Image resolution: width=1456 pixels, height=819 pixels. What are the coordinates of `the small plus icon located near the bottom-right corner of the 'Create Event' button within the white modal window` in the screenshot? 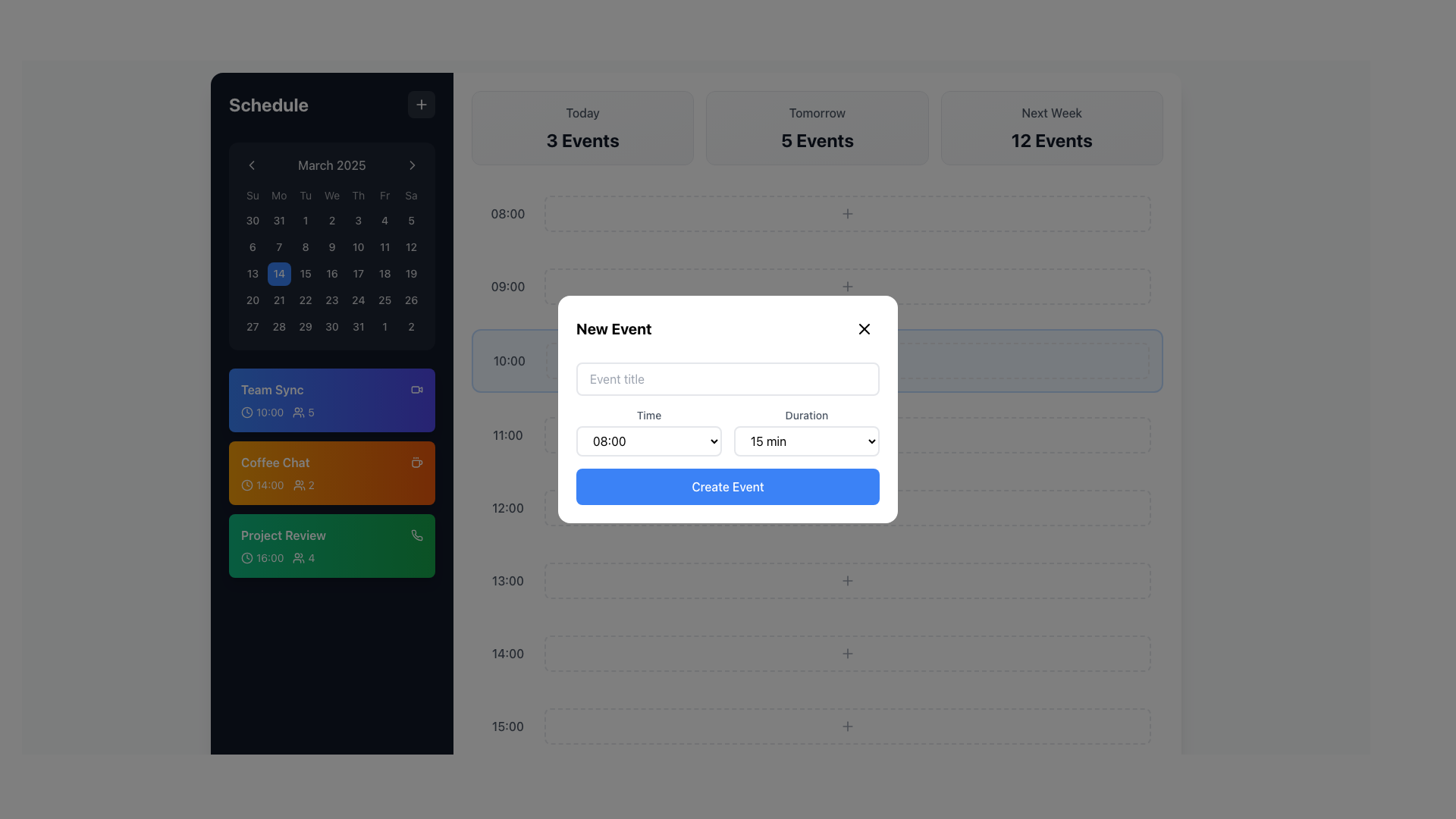 It's located at (847, 508).